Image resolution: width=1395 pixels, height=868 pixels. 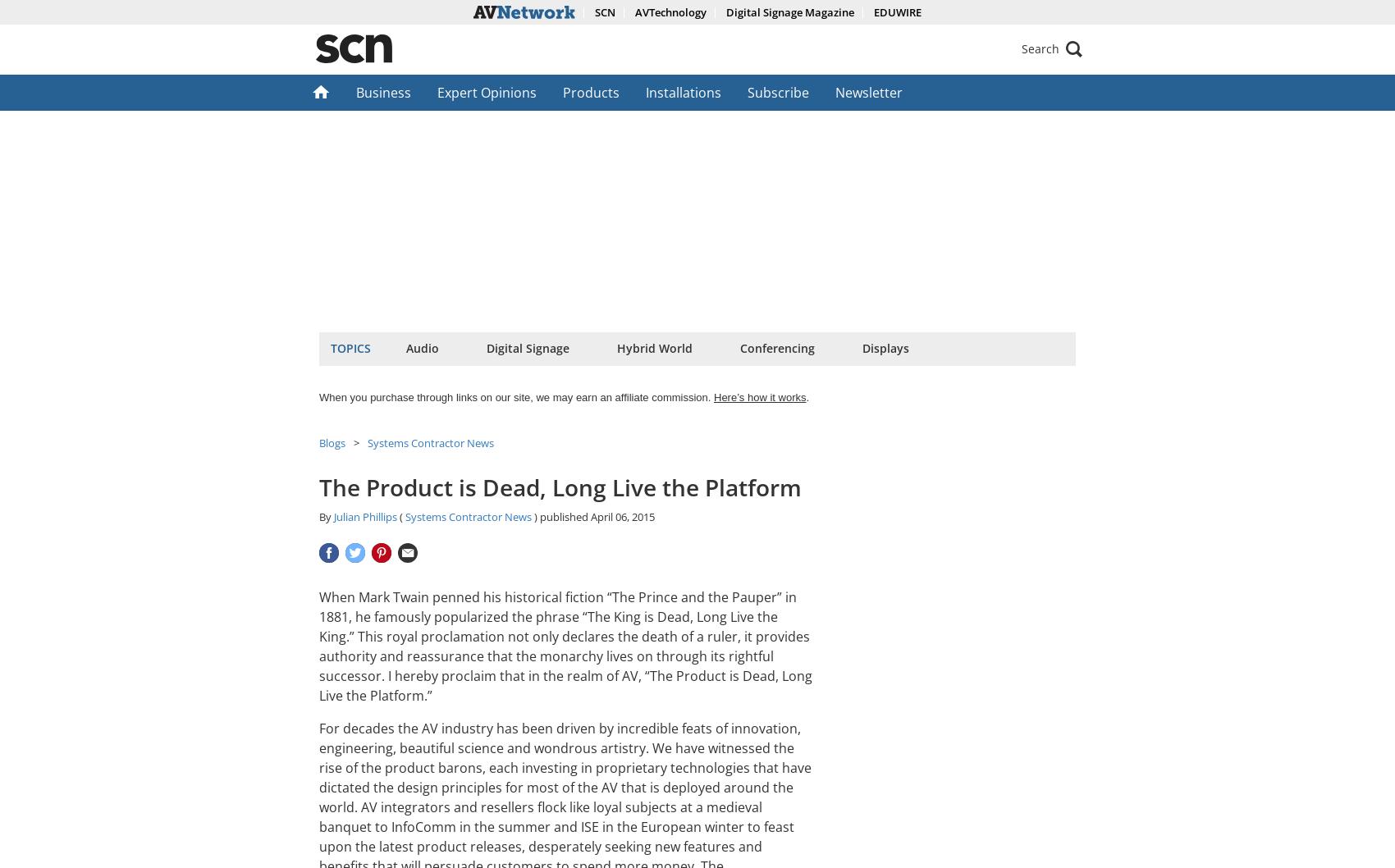 What do you see at coordinates (633, 12) in the screenshot?
I see `'AVTechnology'` at bounding box center [633, 12].